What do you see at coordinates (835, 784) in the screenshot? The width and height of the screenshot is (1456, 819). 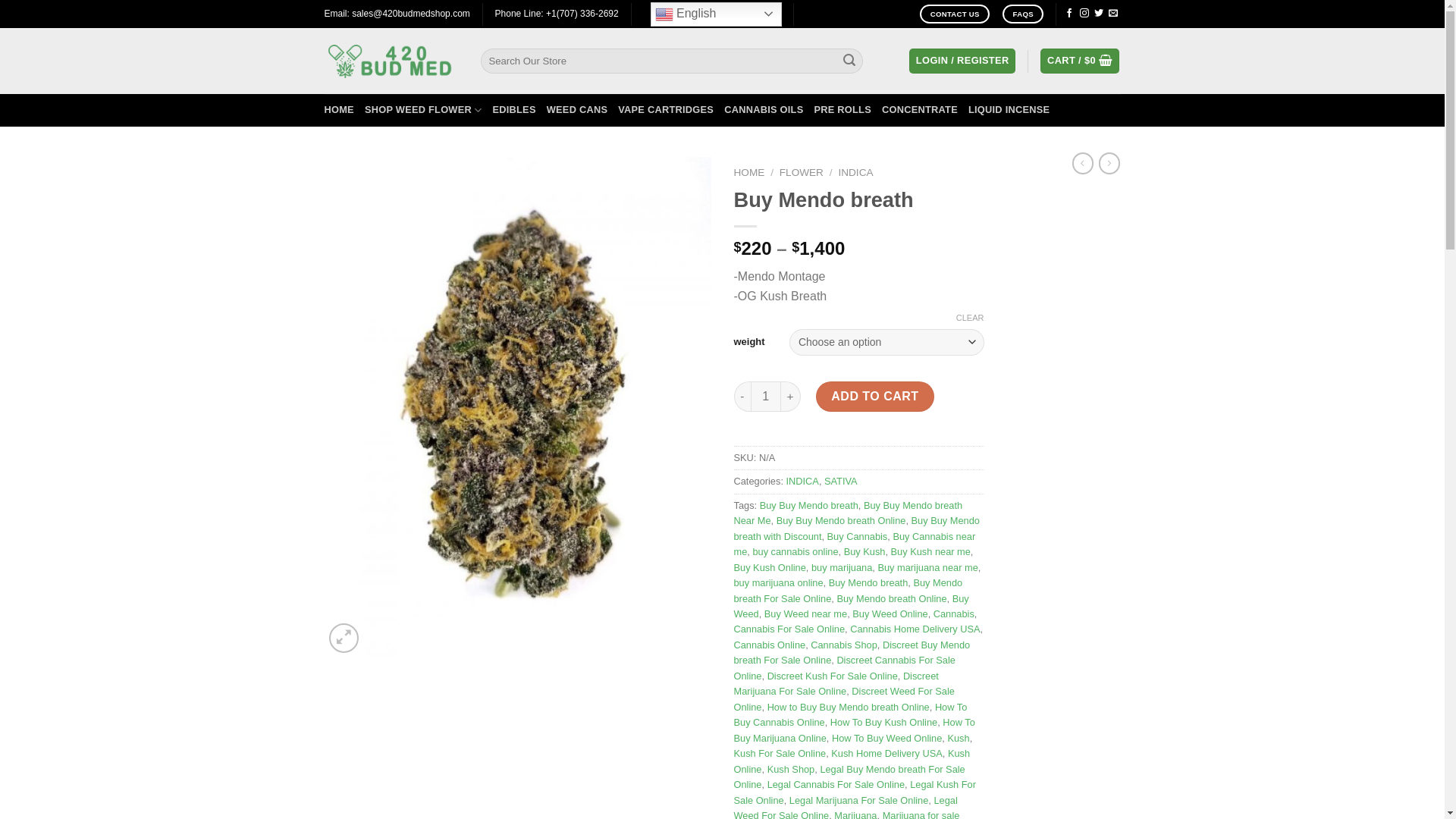 I see `'Legal Cannabis For Sale Online'` at bounding box center [835, 784].